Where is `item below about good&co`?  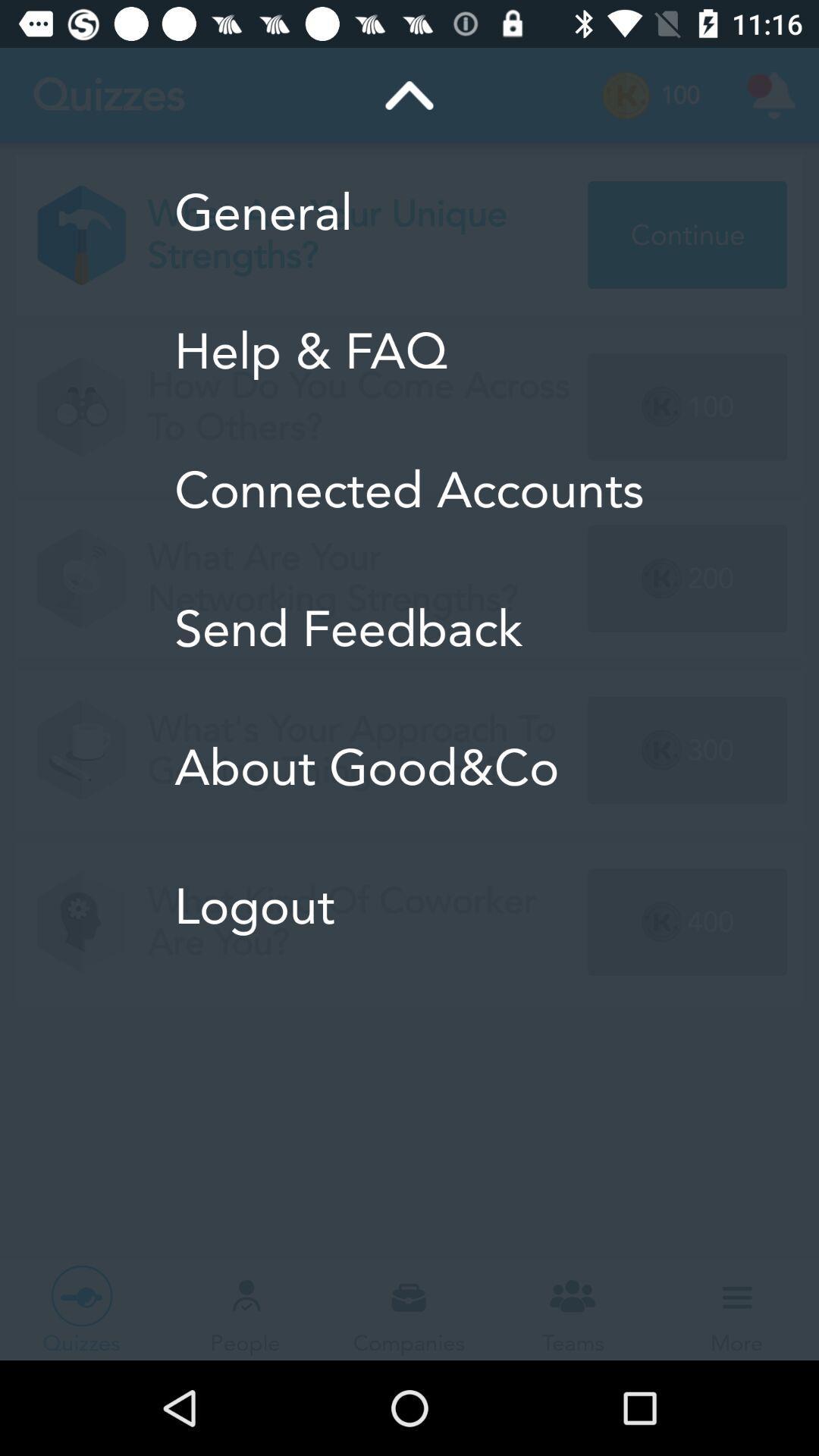
item below about good&co is located at coordinates (408, 906).